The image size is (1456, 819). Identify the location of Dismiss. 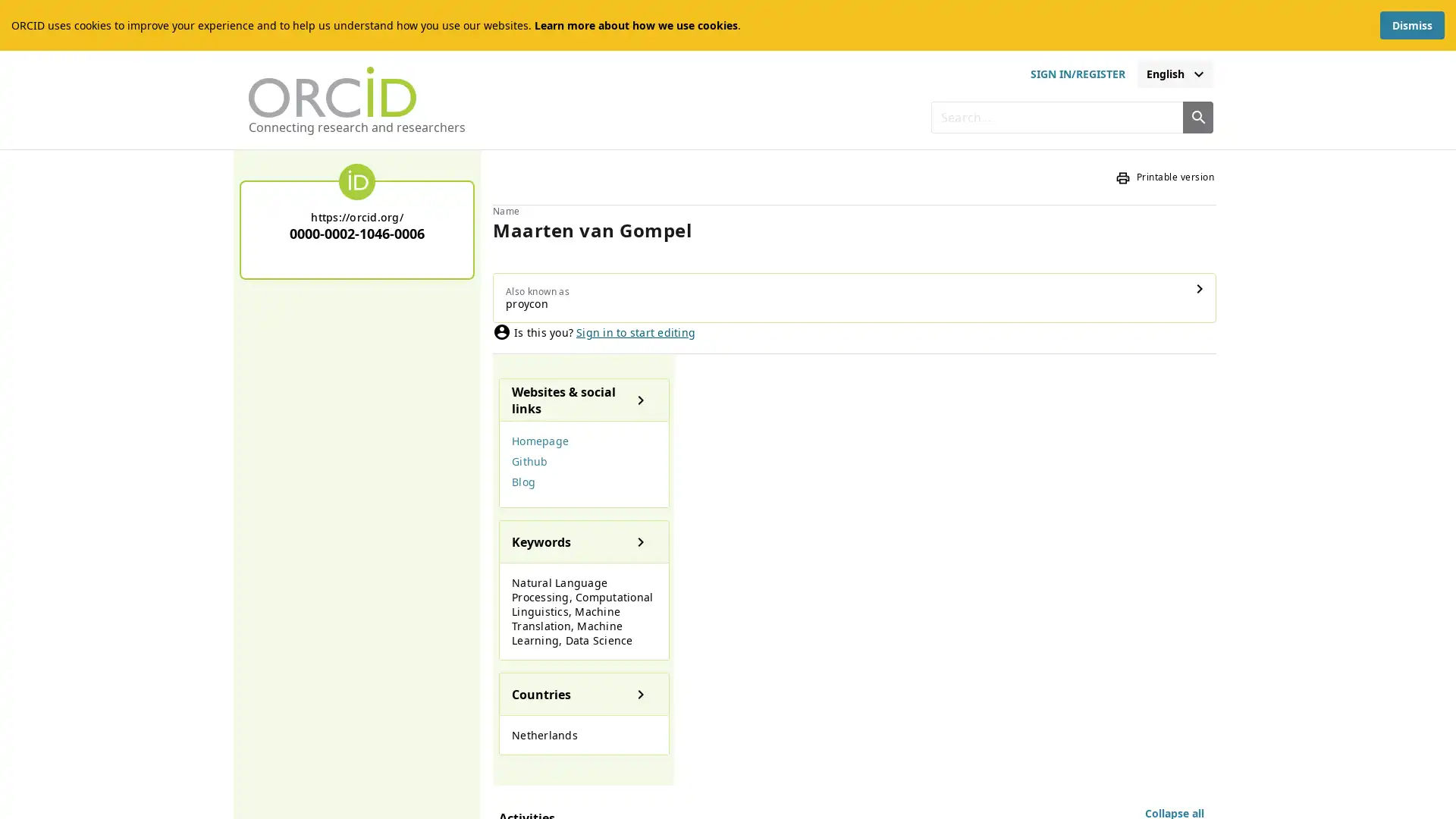
(1411, 25).